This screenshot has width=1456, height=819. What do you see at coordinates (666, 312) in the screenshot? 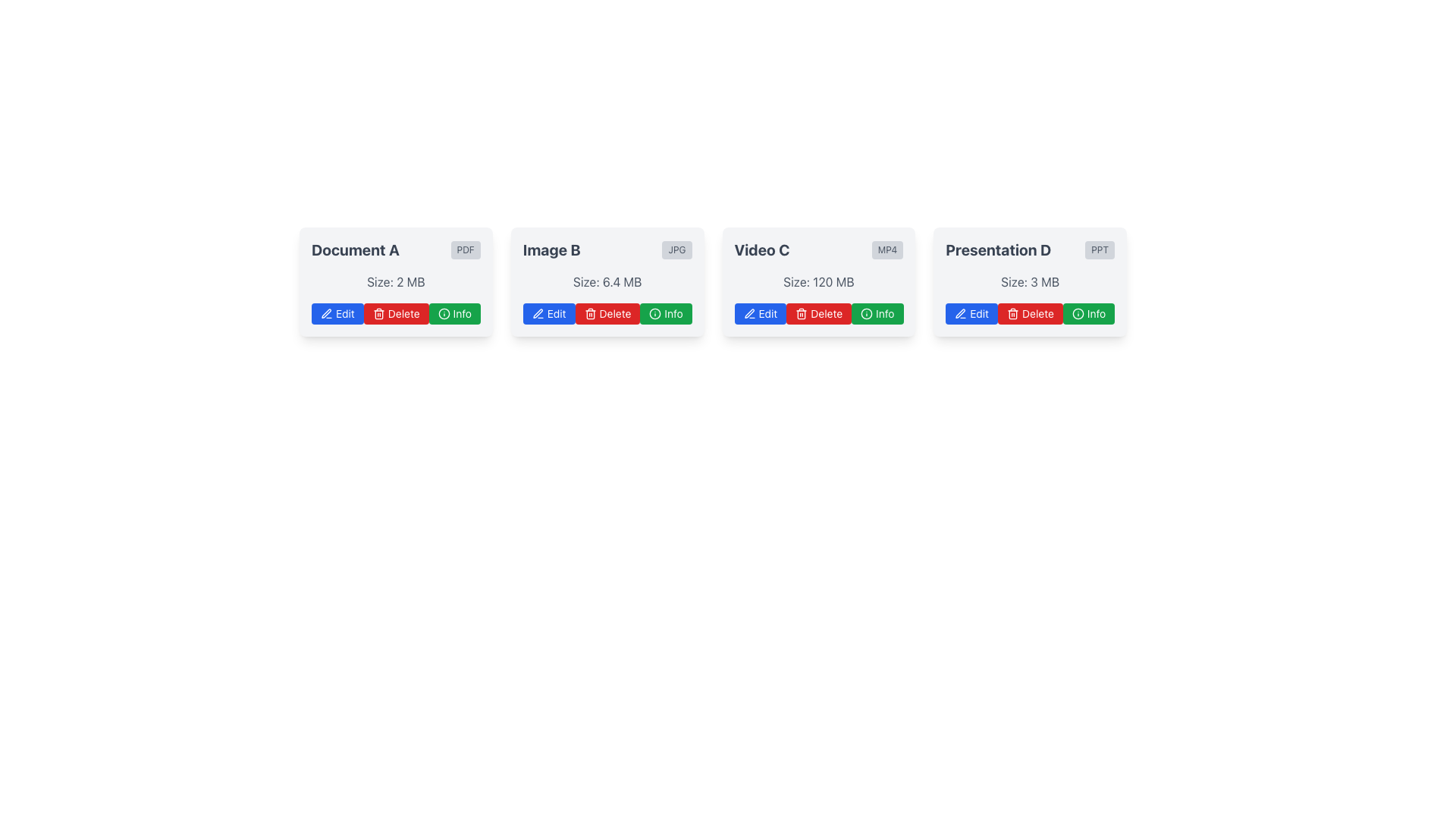
I see `the third button in the horizontal group of controls, which provides detailed information about 'Image B', located to the right of the 'Delete' button` at bounding box center [666, 312].